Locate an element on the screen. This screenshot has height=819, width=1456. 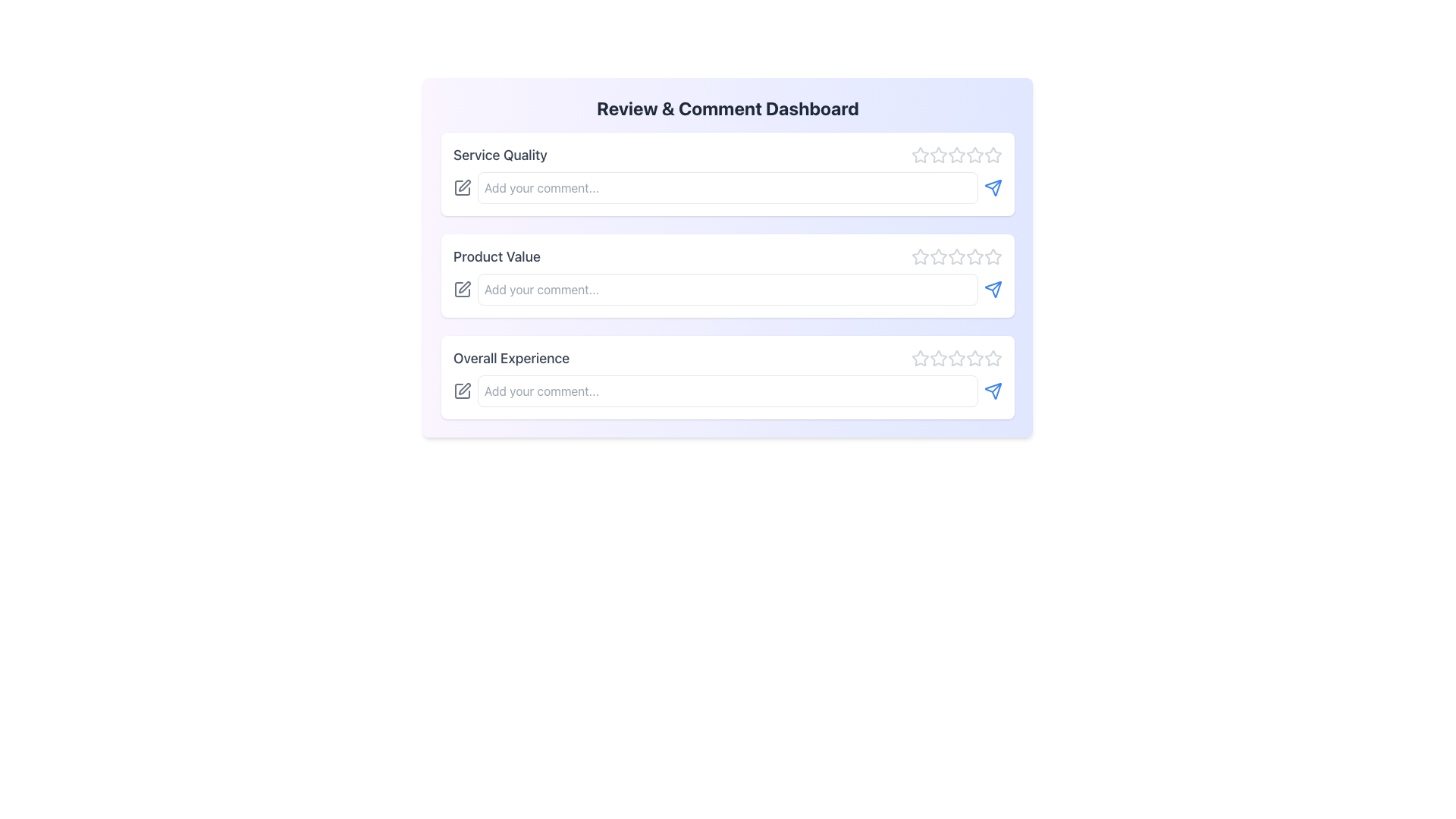
the fifth star icon in the horizontal row of seven stars is located at coordinates (975, 155).